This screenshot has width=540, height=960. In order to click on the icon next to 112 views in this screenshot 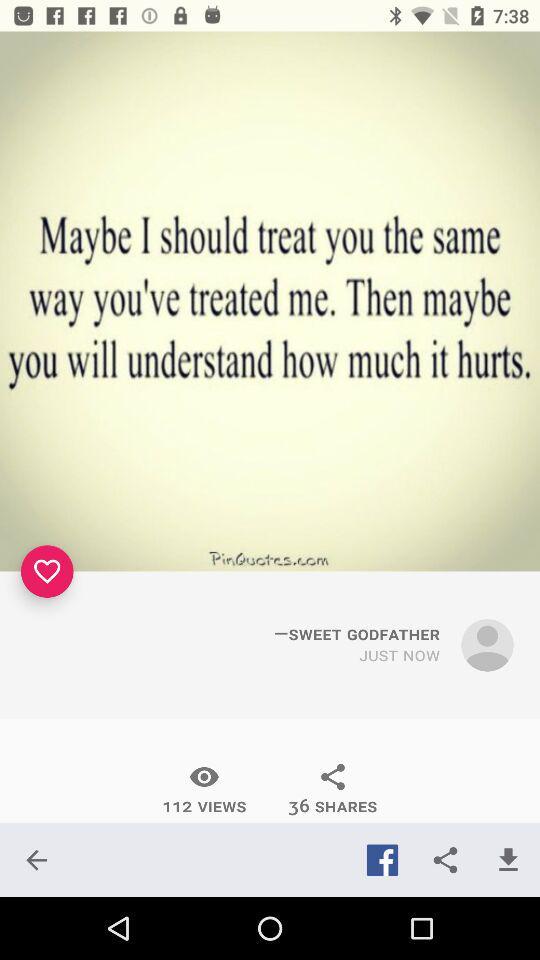, I will do `click(36, 859)`.